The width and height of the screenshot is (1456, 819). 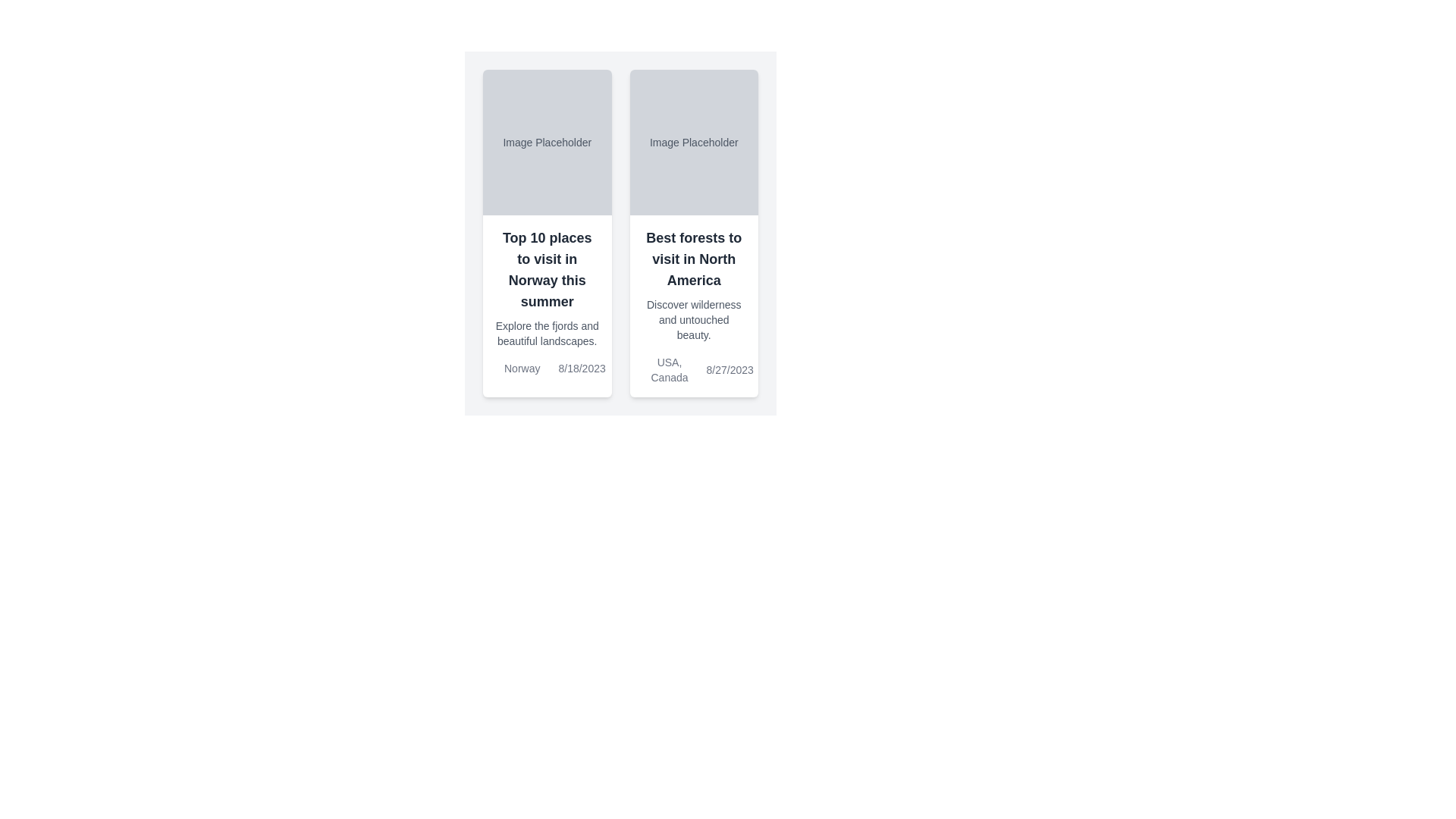 What do you see at coordinates (693, 370) in the screenshot?
I see `the label providing details about the location and date, located at the bottom section of the card titled 'Best forests to visit in North America'` at bounding box center [693, 370].